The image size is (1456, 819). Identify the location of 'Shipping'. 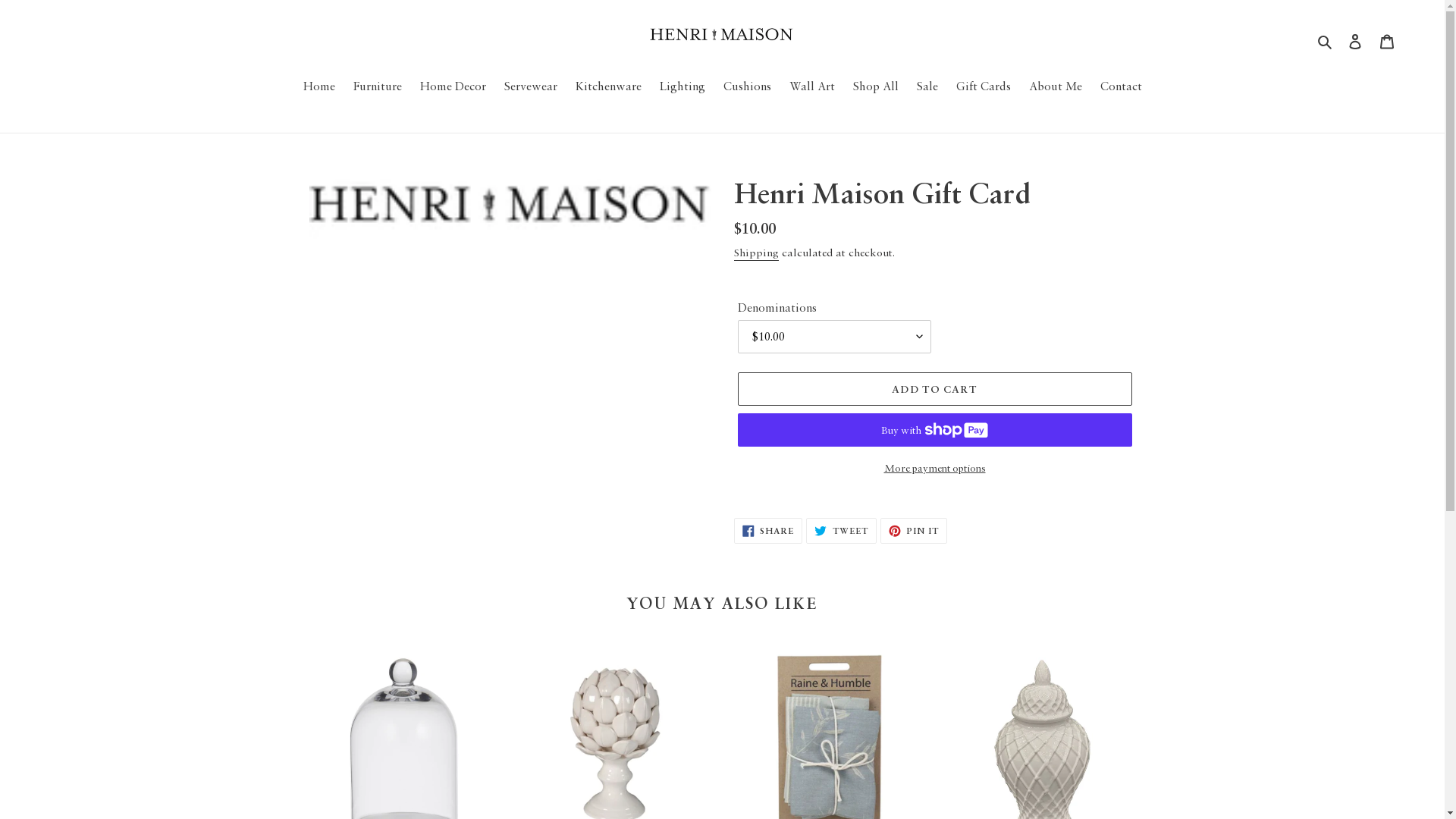
(756, 252).